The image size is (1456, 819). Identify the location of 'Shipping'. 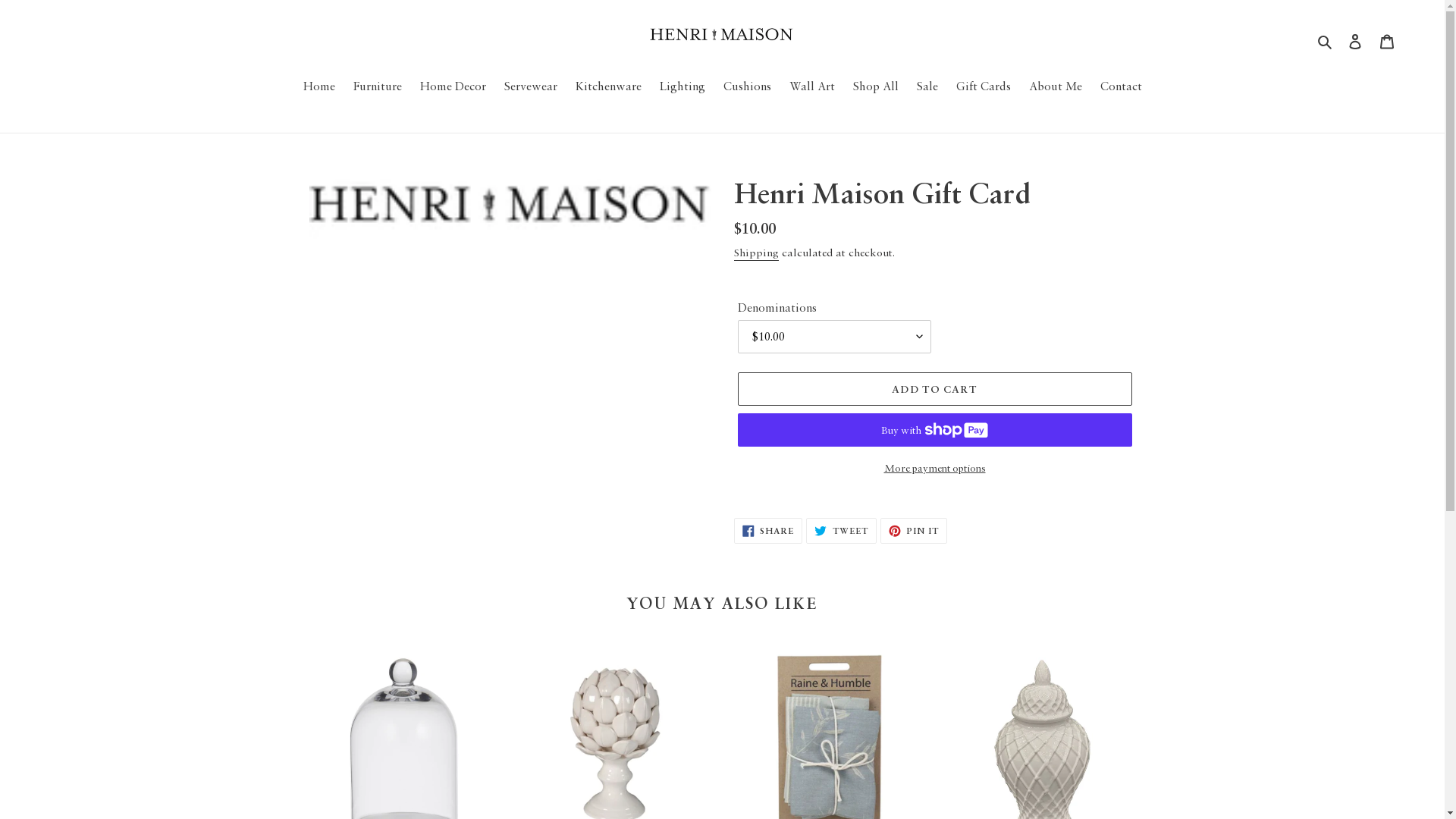
(756, 252).